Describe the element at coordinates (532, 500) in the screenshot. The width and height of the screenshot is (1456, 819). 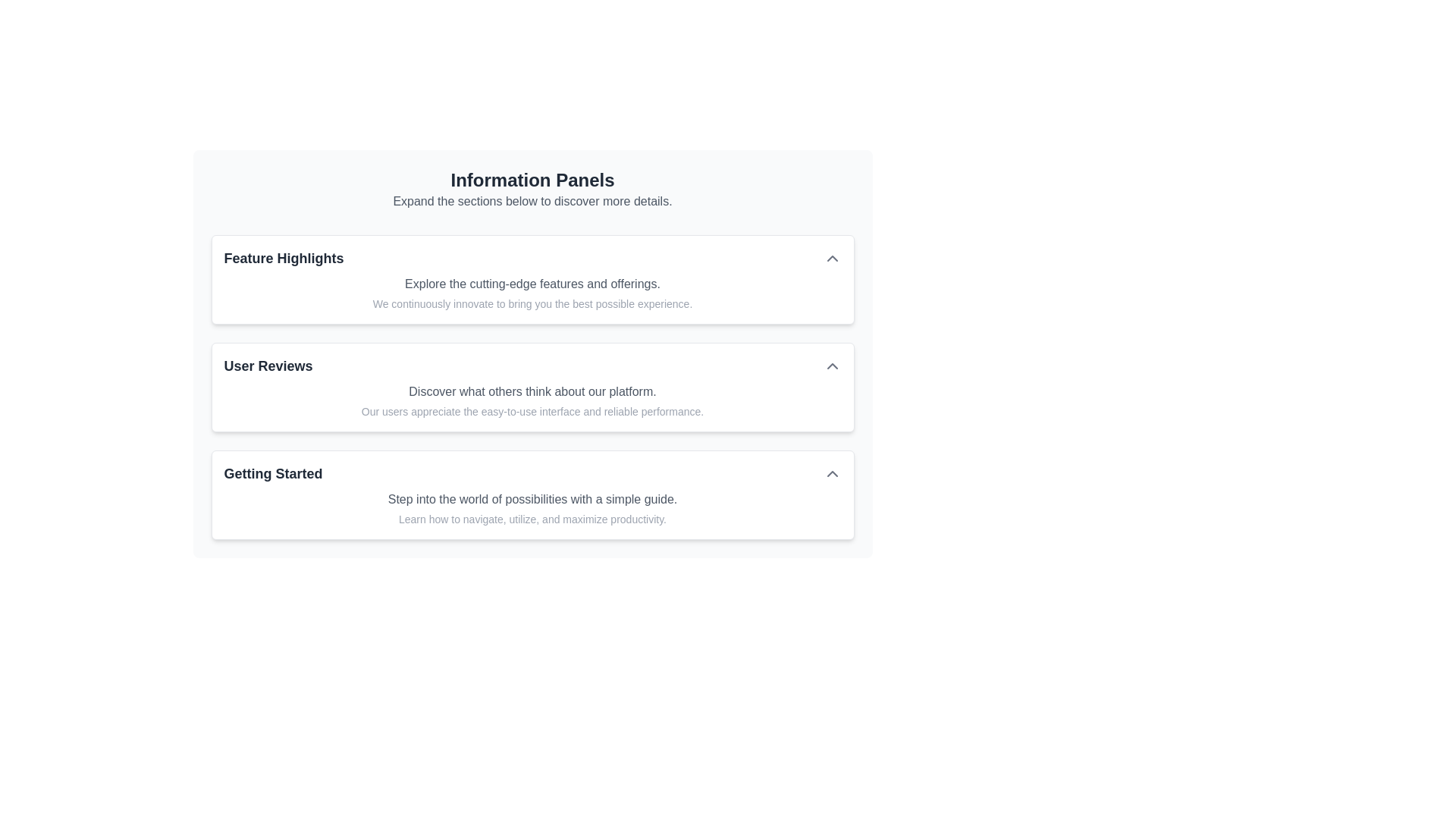
I see `the text block stating 'Step into the world of possibilities with a simple guide.' located below the title 'Getting Started'` at that location.